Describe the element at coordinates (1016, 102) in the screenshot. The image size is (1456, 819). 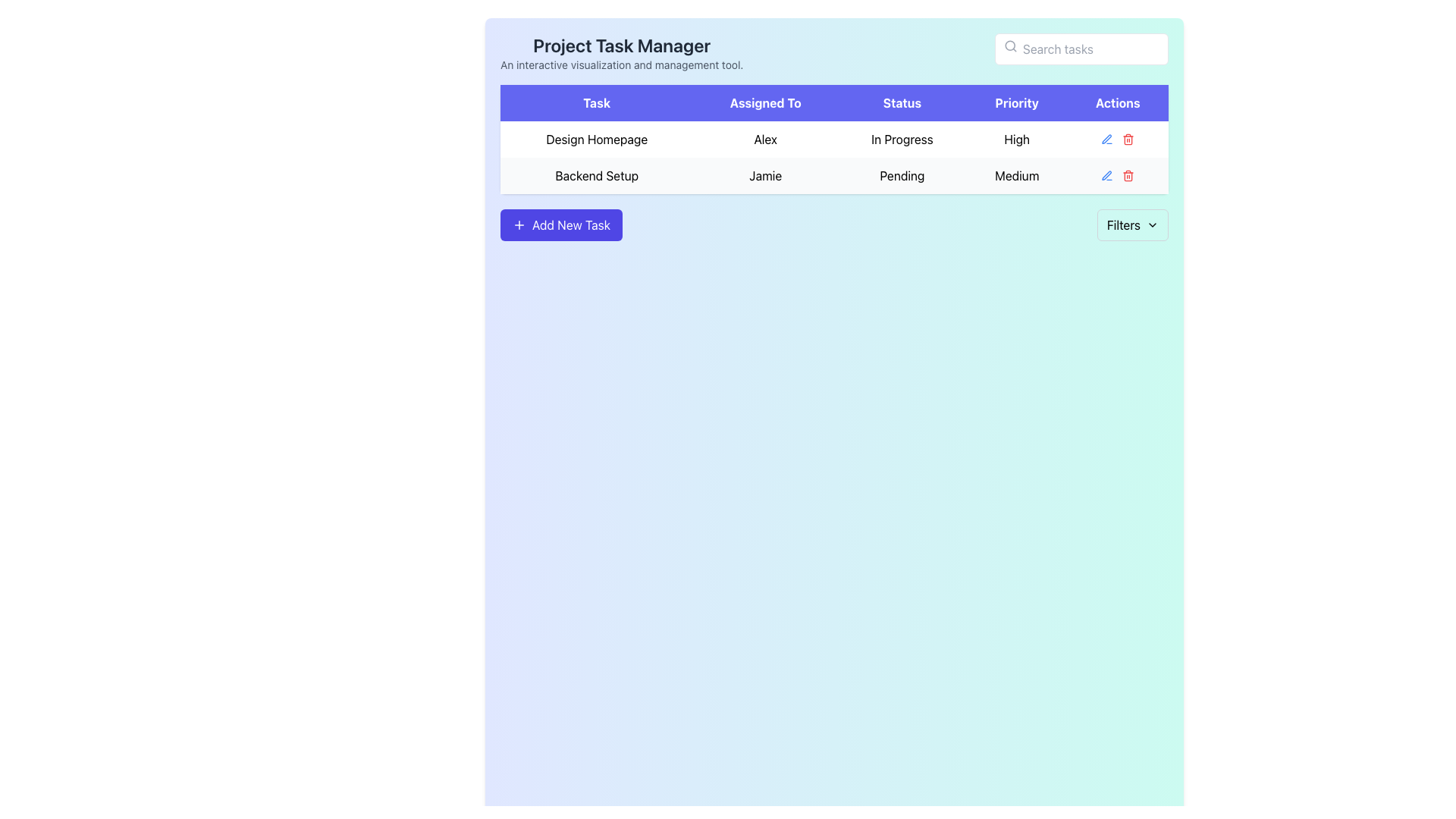
I see `the Table Column Header that indicates task priorities, located between the 'Status' and 'Actions' headers` at that location.